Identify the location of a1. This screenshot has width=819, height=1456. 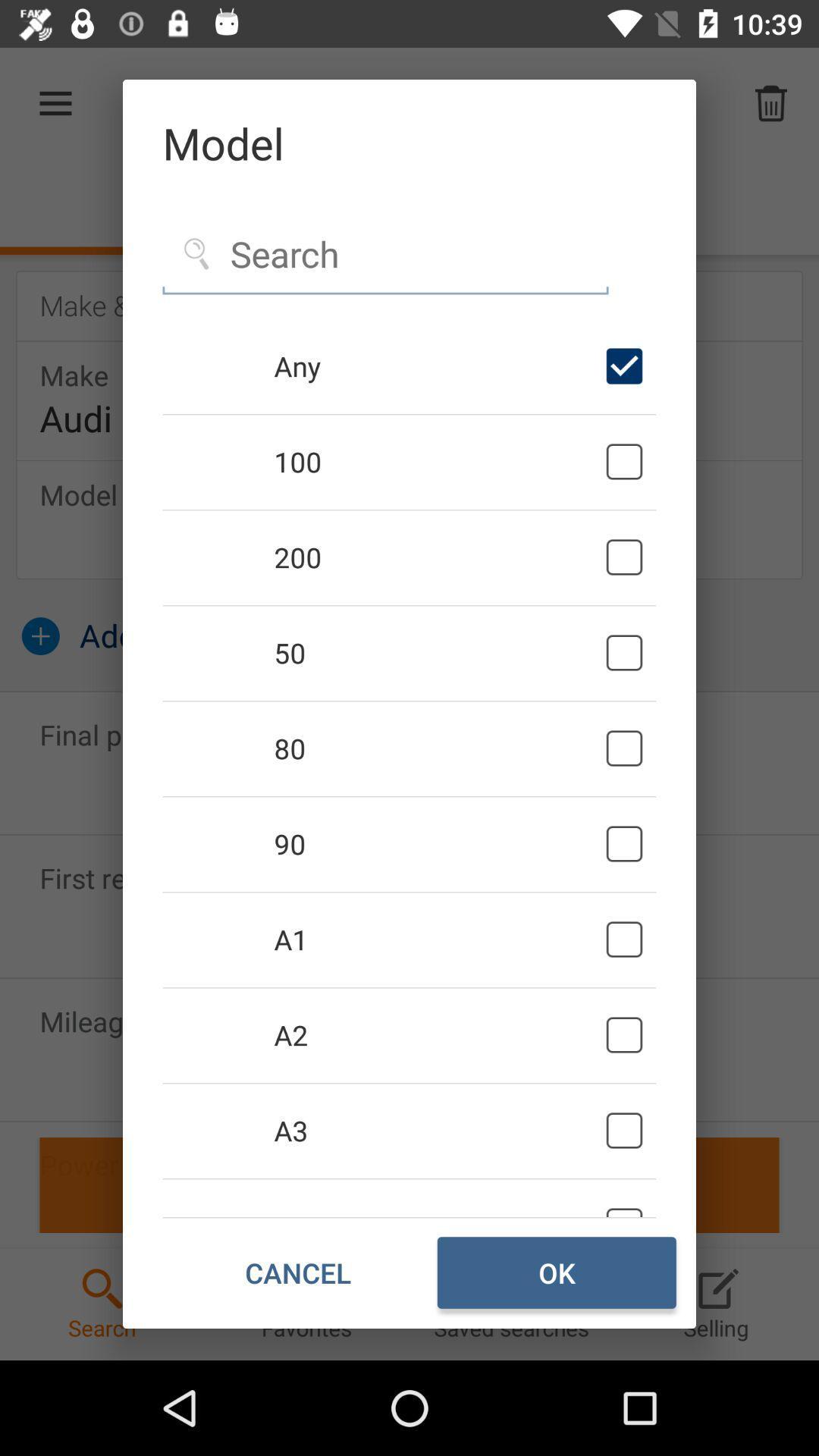
(437, 938).